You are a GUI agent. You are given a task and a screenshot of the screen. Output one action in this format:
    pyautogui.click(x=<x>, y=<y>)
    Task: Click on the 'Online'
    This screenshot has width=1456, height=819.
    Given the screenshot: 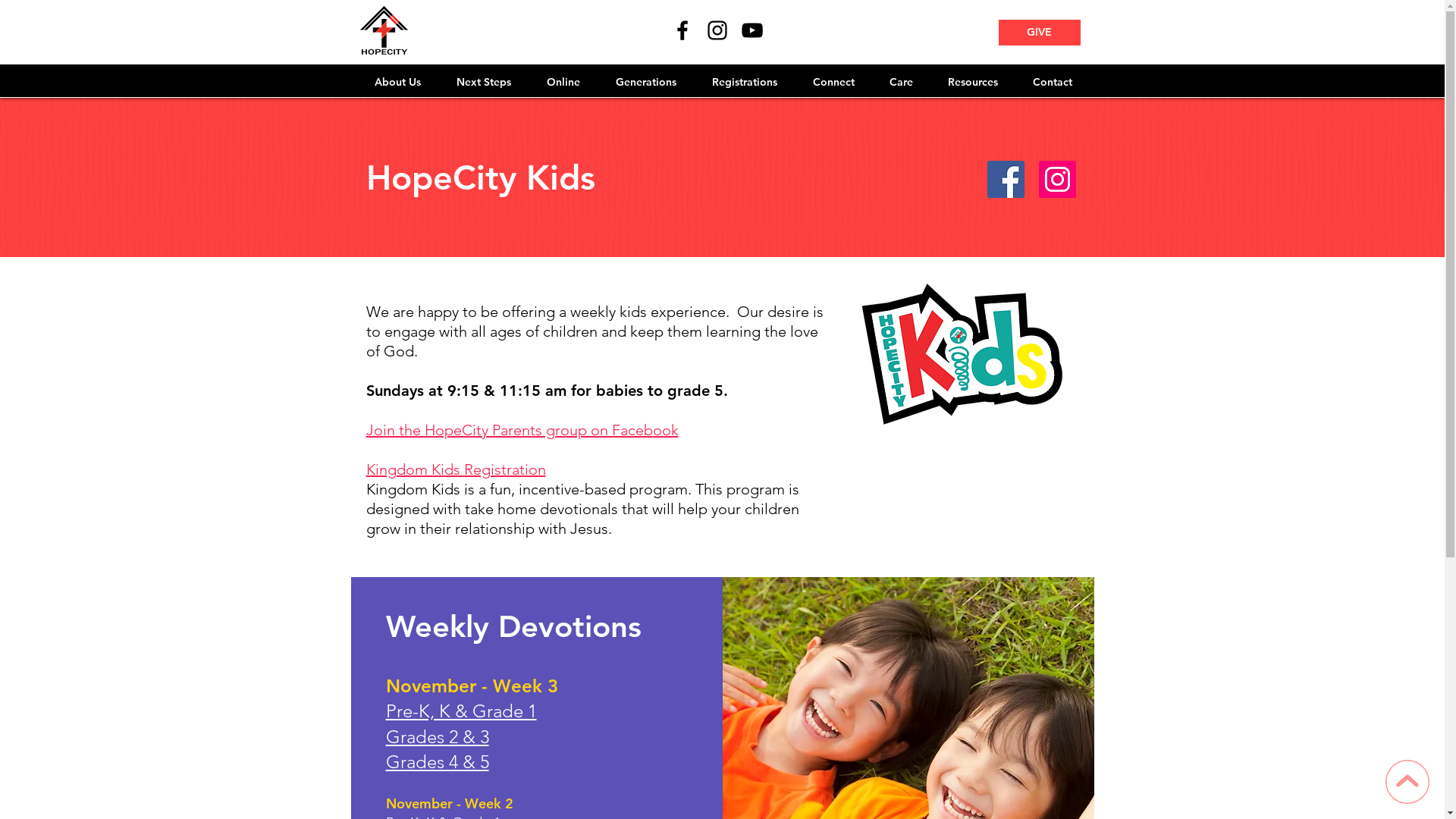 What is the action you would take?
    pyautogui.click(x=563, y=82)
    